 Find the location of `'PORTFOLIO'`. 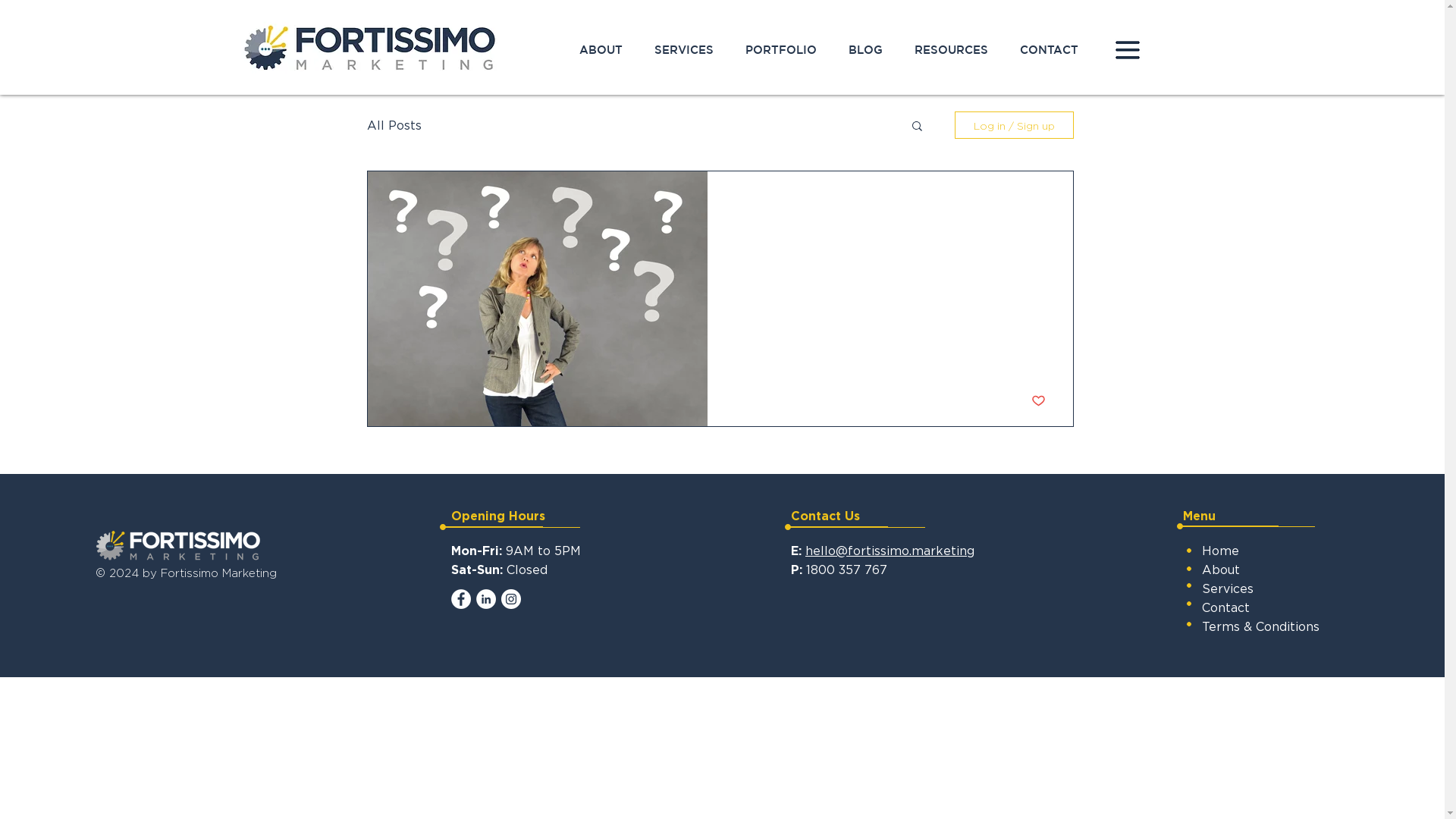

'PORTFOLIO' is located at coordinates (781, 49).